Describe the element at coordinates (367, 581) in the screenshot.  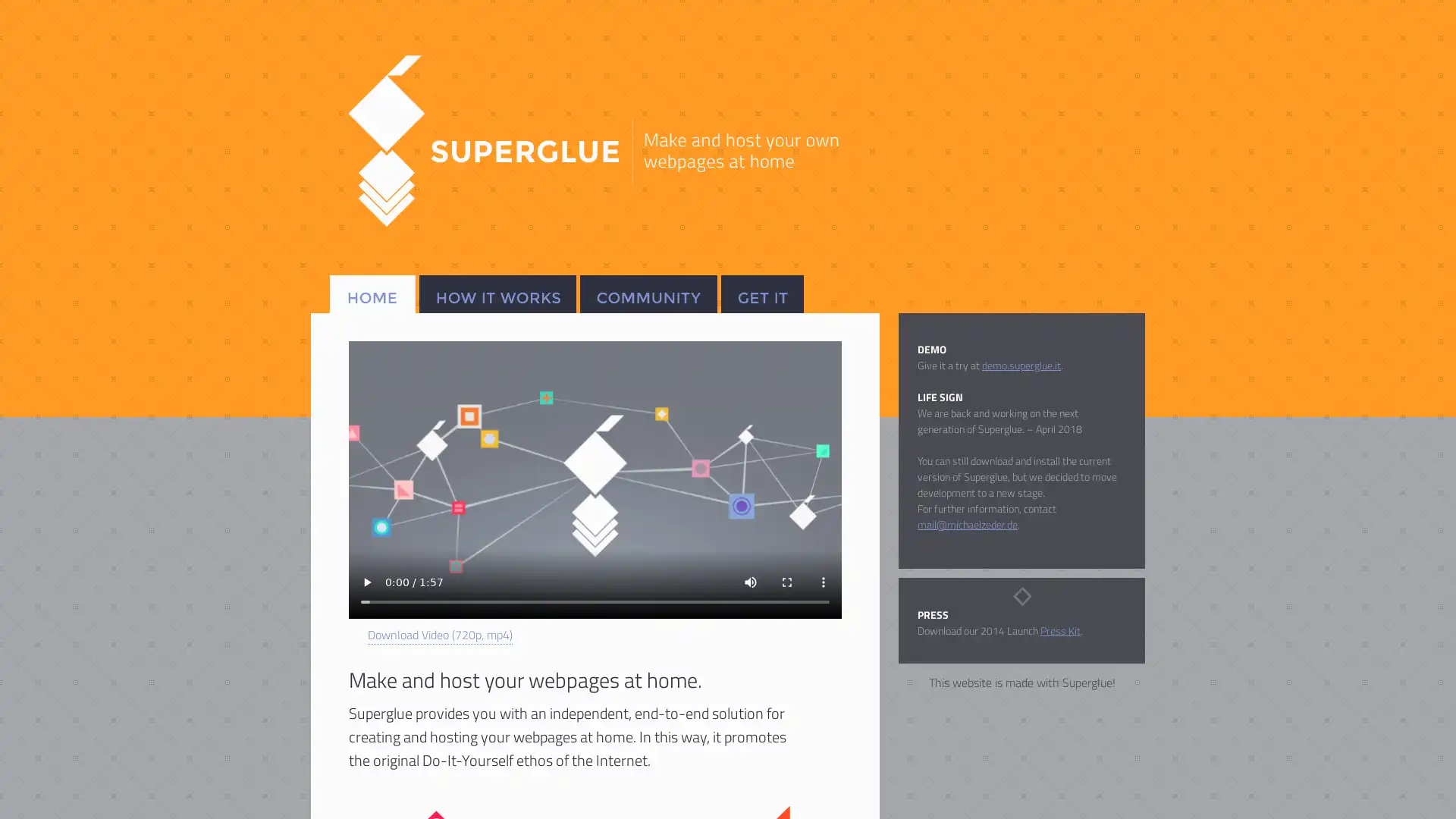
I see `play` at that location.